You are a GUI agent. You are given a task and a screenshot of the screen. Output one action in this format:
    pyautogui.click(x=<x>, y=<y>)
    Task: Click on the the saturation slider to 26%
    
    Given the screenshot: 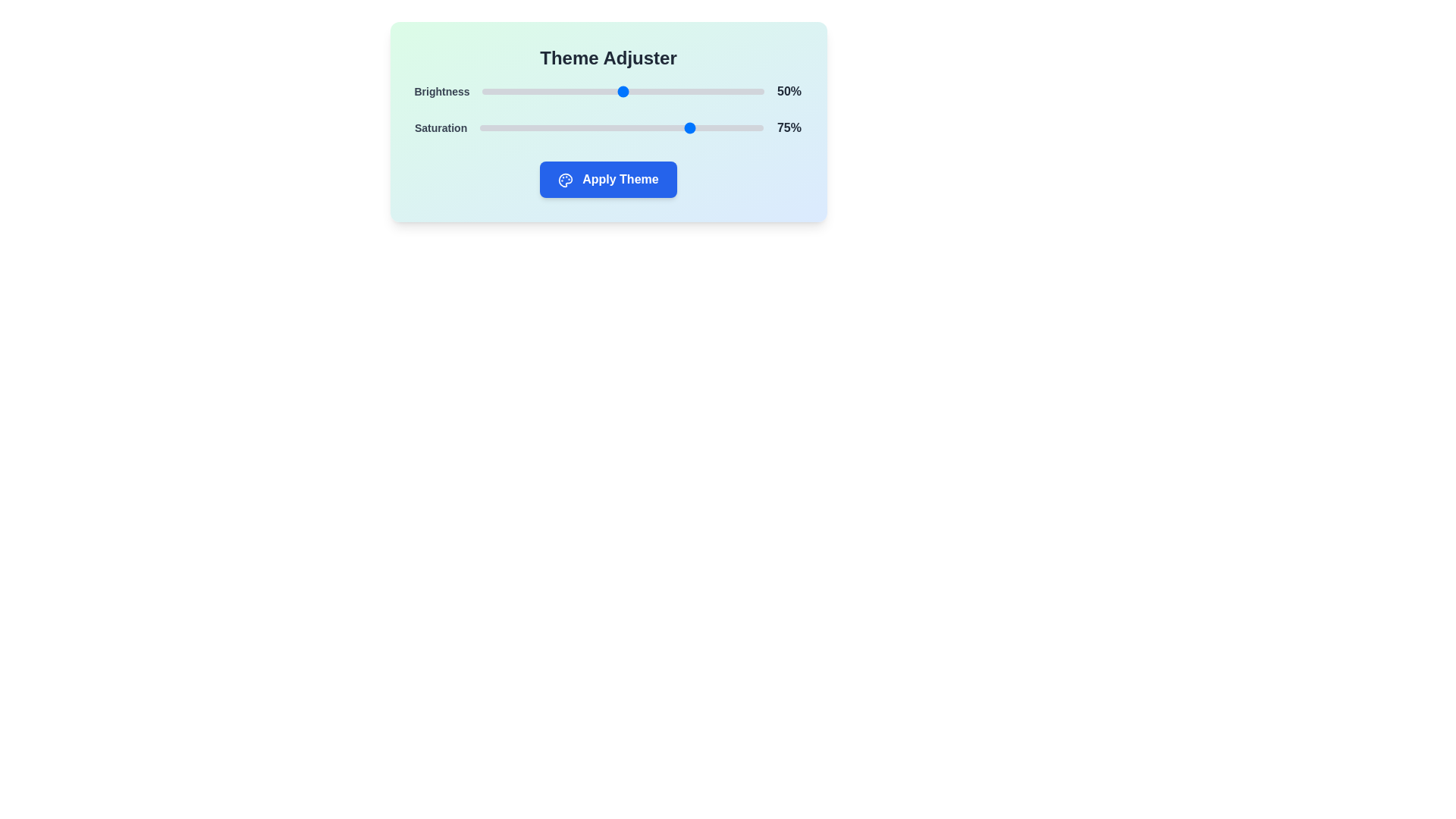 What is the action you would take?
    pyautogui.click(x=553, y=127)
    